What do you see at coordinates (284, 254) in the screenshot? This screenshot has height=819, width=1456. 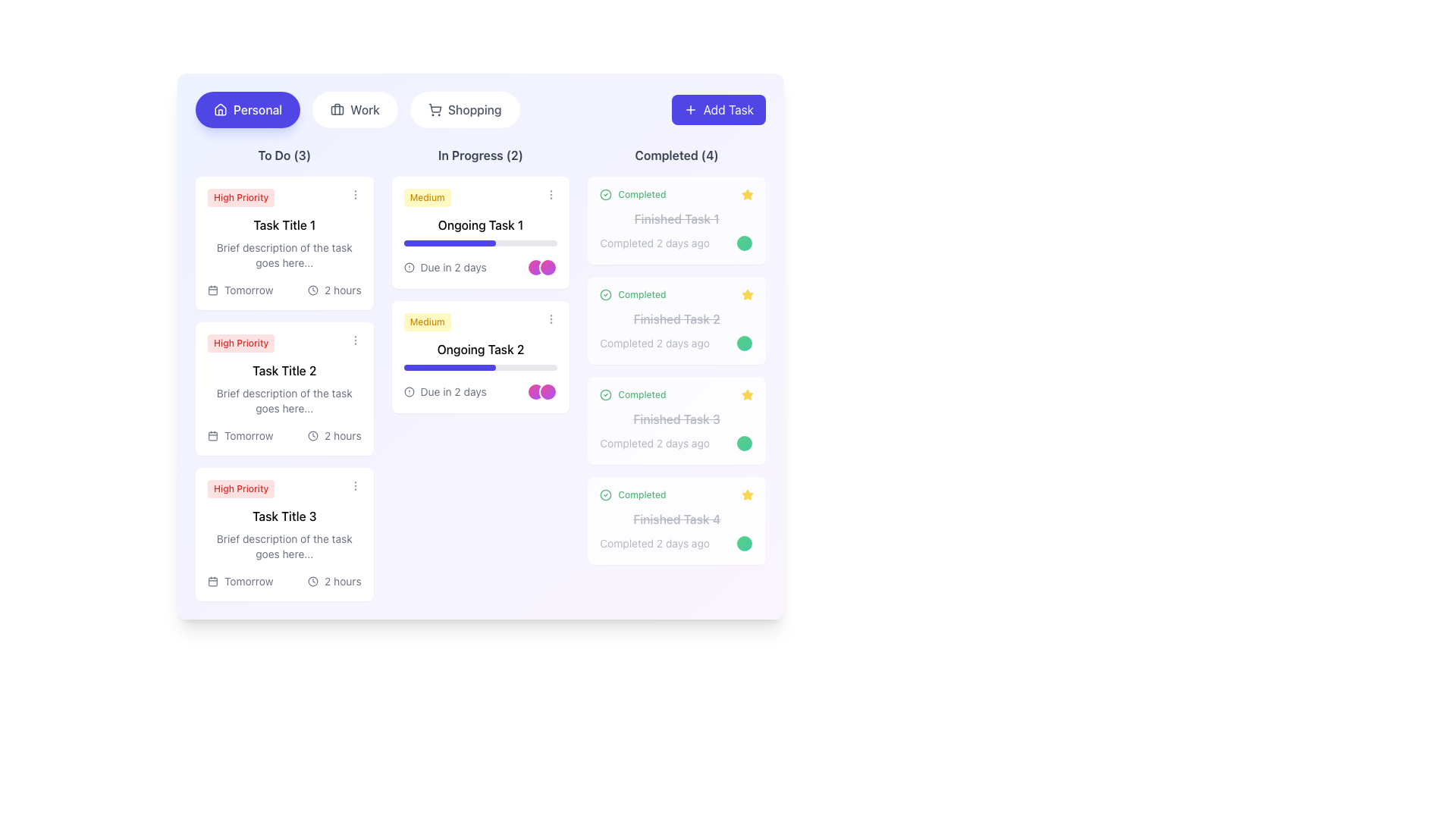 I see `the text element that provides a brief description or summary for 'Task Title 1', located above 'Tomorrow2 hours' in the first task card of the 'To Do' column` at bounding box center [284, 254].